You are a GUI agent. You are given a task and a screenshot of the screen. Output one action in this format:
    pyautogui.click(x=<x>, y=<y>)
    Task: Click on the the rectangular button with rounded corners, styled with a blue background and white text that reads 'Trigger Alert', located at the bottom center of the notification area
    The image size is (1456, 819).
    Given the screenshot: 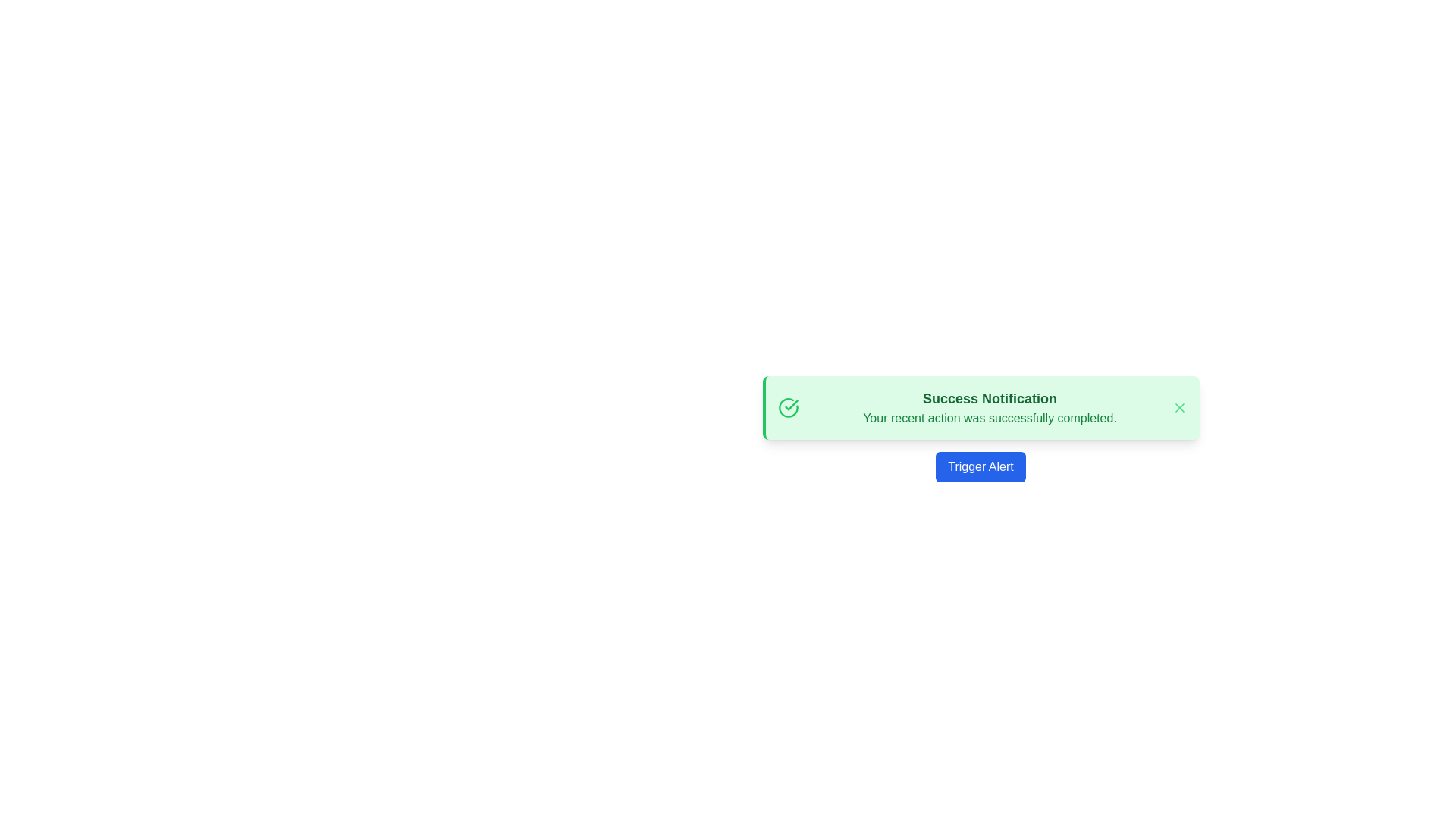 What is the action you would take?
    pyautogui.click(x=981, y=466)
    